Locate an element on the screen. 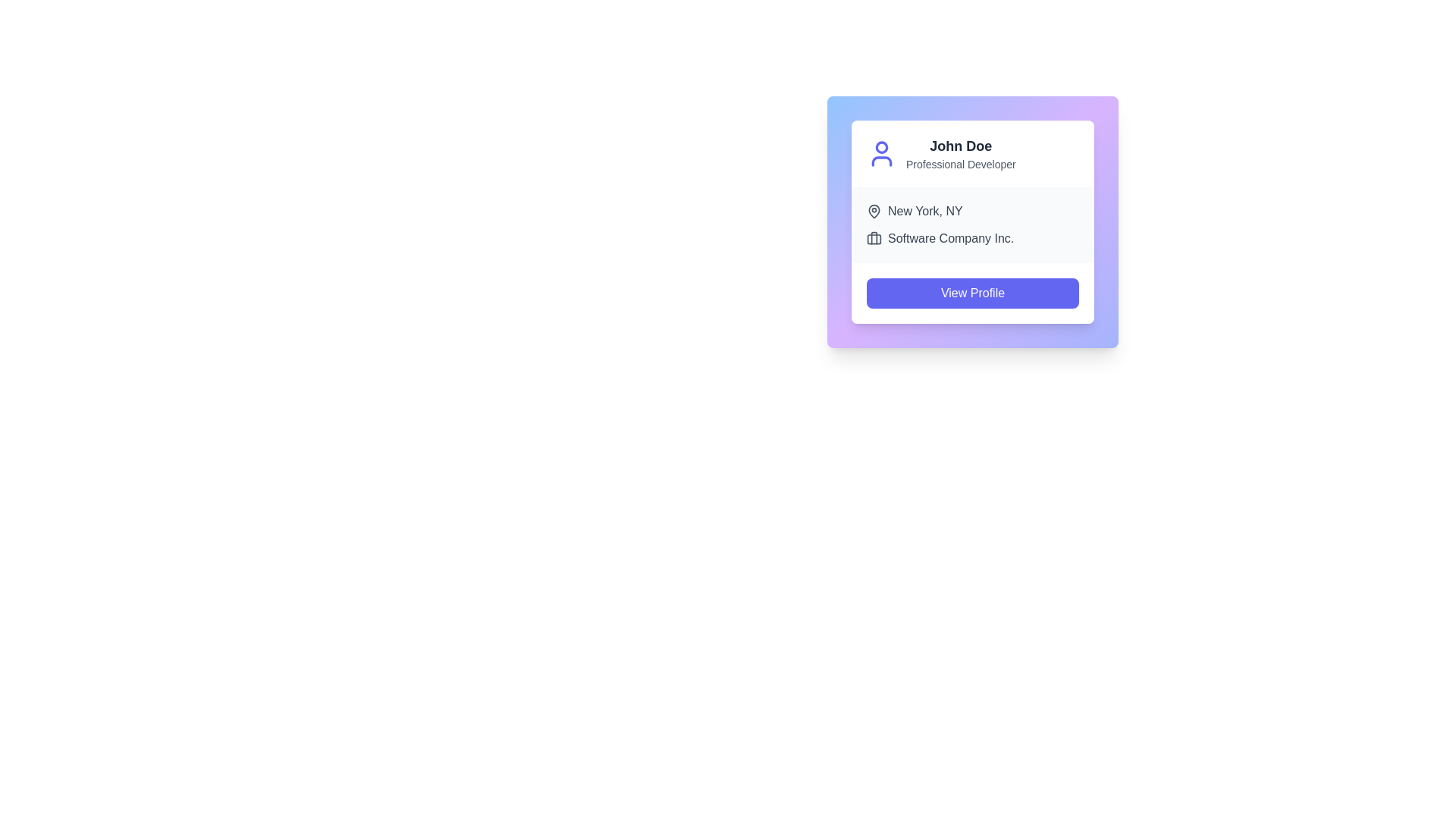 This screenshot has height=819, width=1456. the button located at the bottom center of the user profile card is located at coordinates (972, 293).